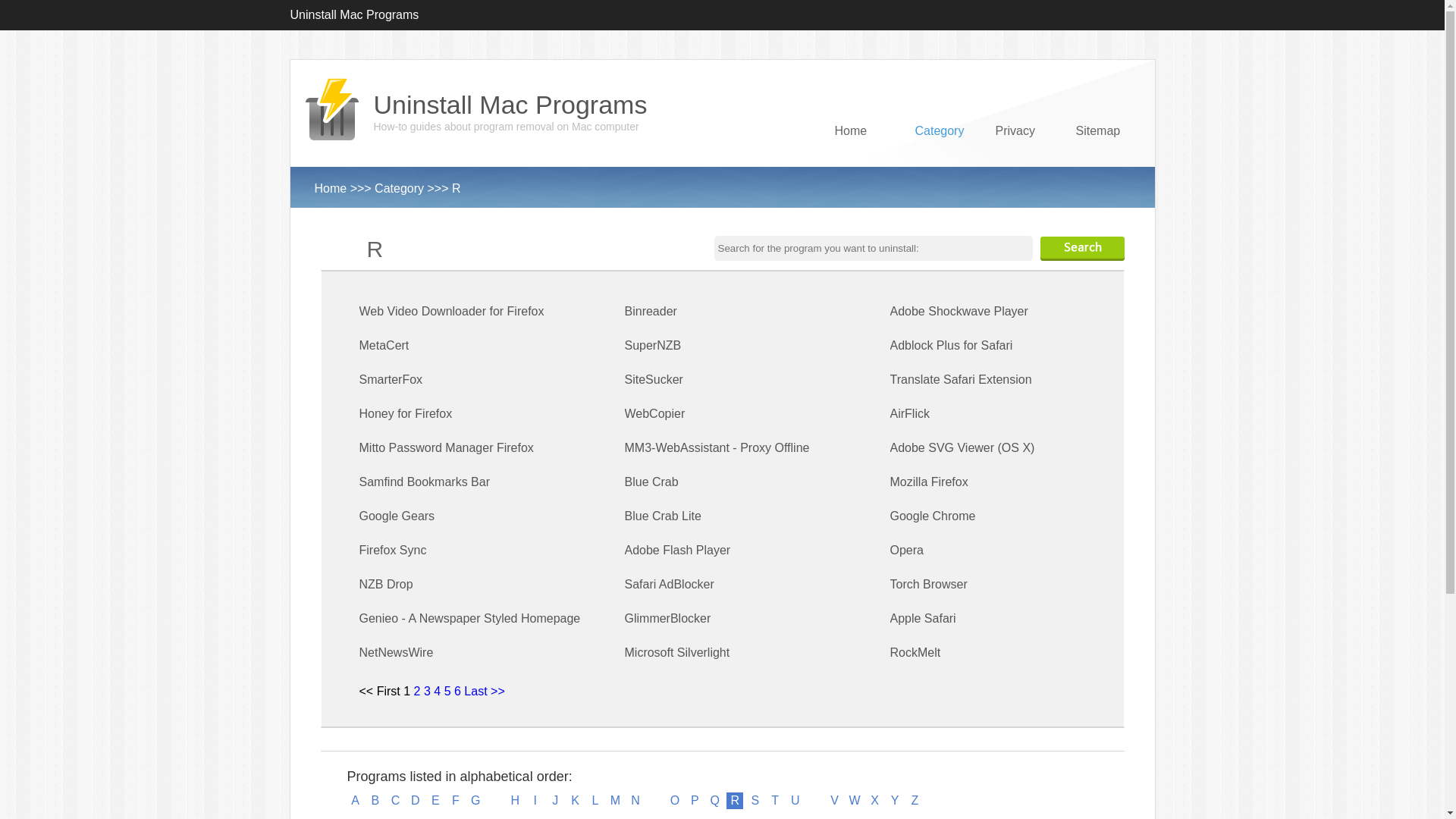  Describe the element at coordinates (1074, 158) in the screenshot. I see `'Sitemap'` at that location.